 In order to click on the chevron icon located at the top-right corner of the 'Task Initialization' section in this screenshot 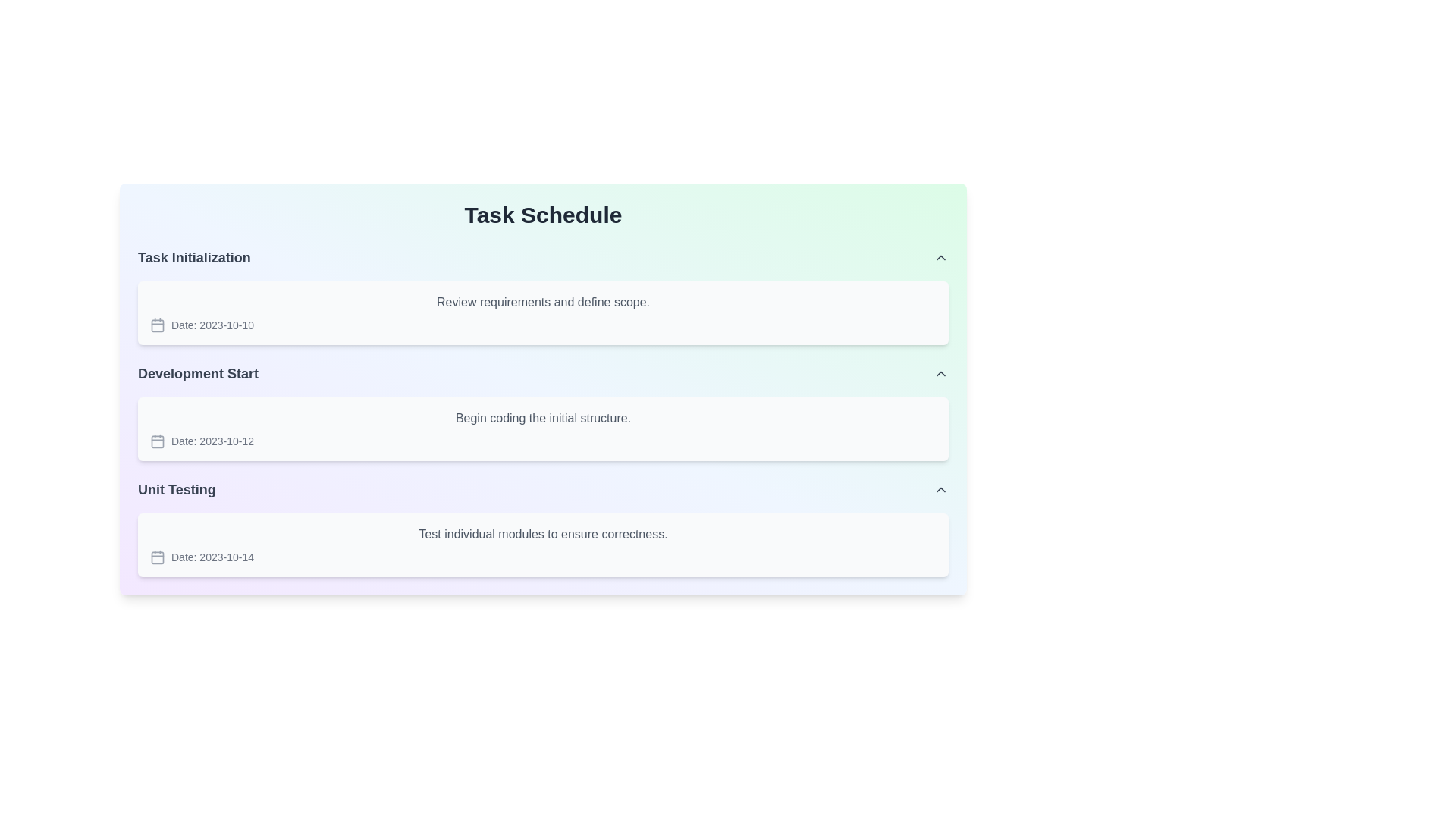, I will do `click(940, 256)`.